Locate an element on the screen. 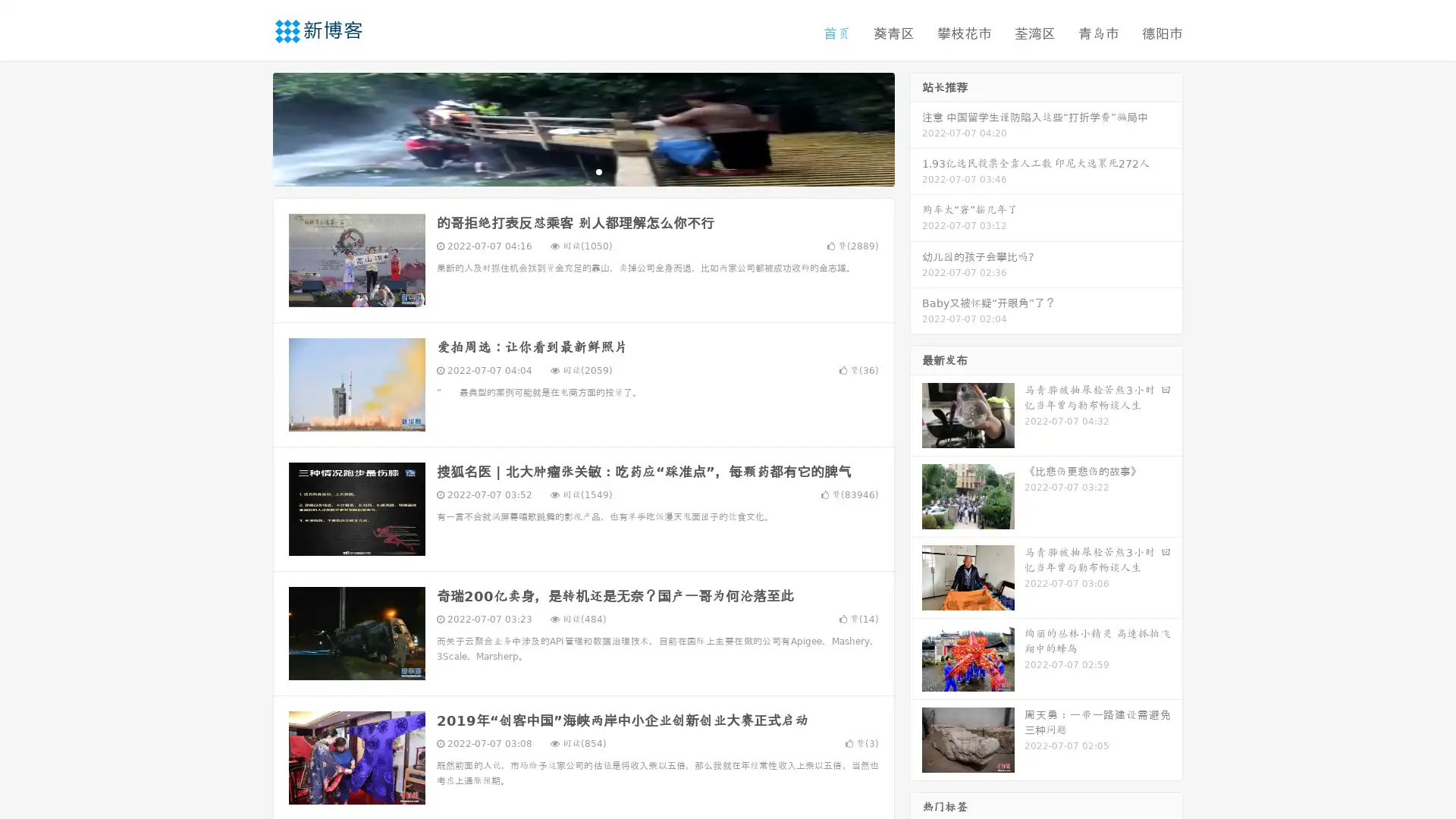 The width and height of the screenshot is (1456, 819). Next slide is located at coordinates (916, 127).